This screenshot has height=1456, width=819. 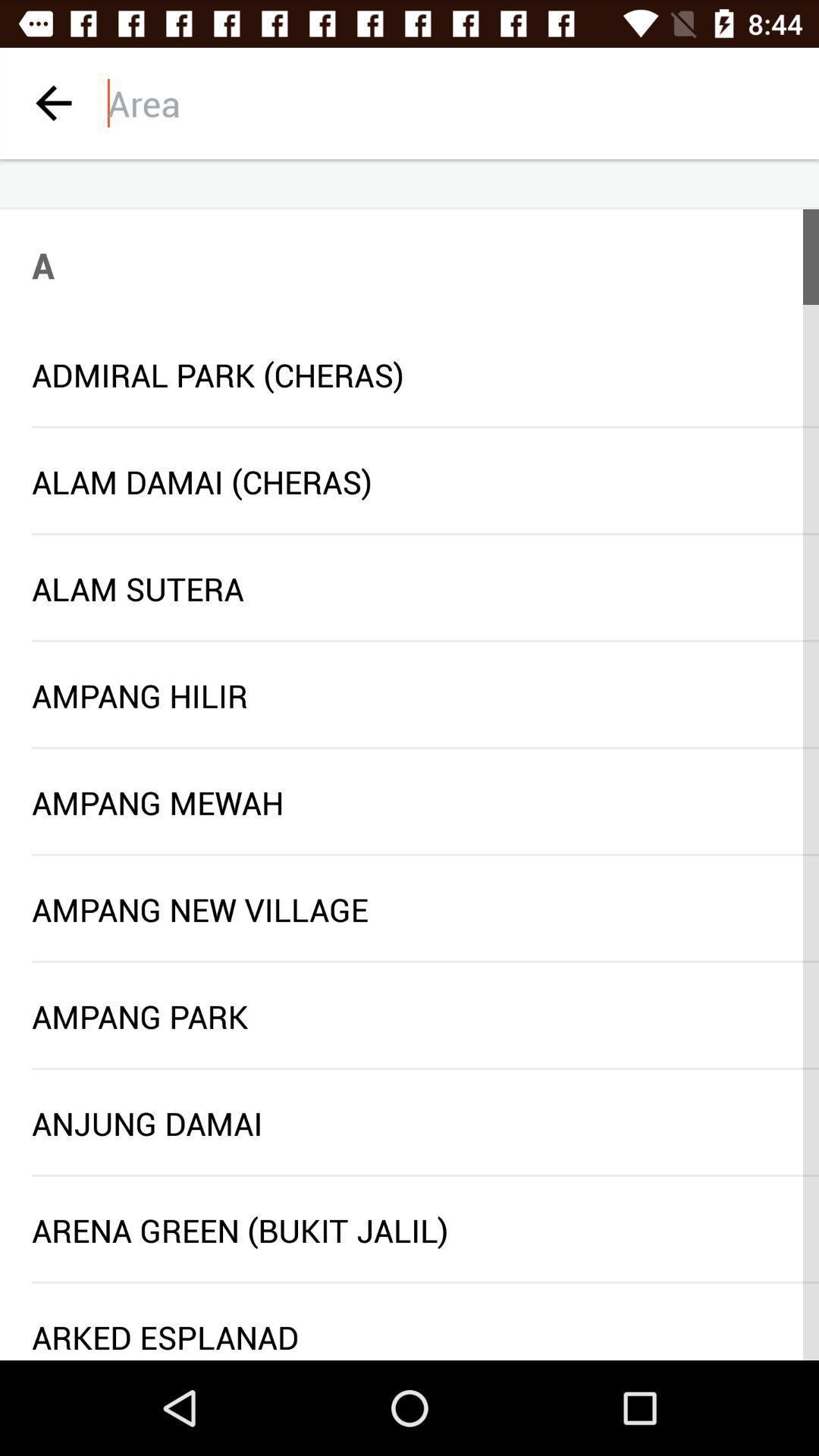 I want to click on the ampang hilir icon, so click(x=409, y=695).